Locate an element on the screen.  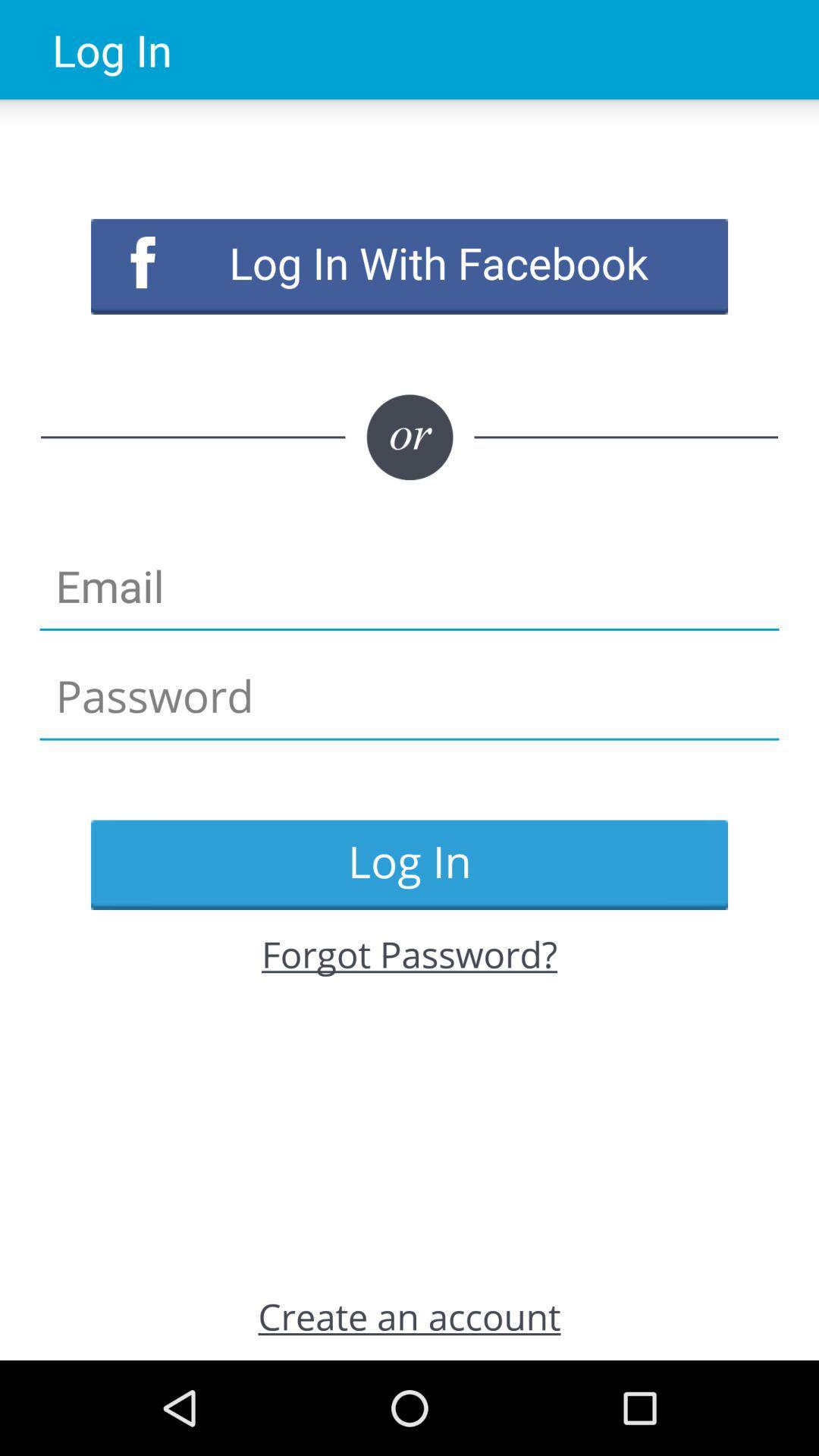
the item above the create an account item is located at coordinates (409, 953).